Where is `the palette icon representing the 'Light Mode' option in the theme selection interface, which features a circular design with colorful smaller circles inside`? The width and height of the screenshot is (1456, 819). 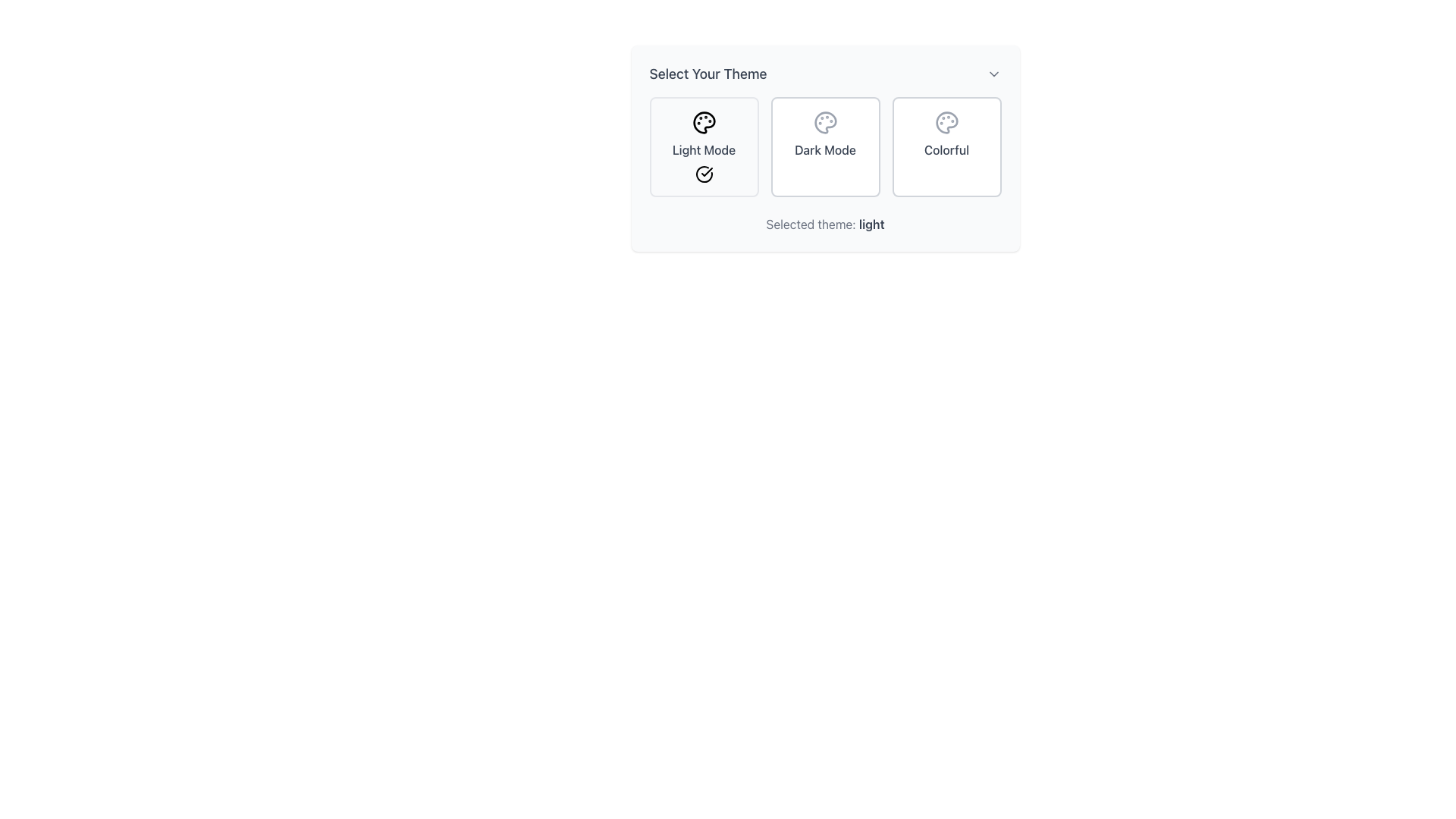
the palette icon representing the 'Light Mode' option in the theme selection interface, which features a circular design with colorful smaller circles inside is located at coordinates (703, 122).